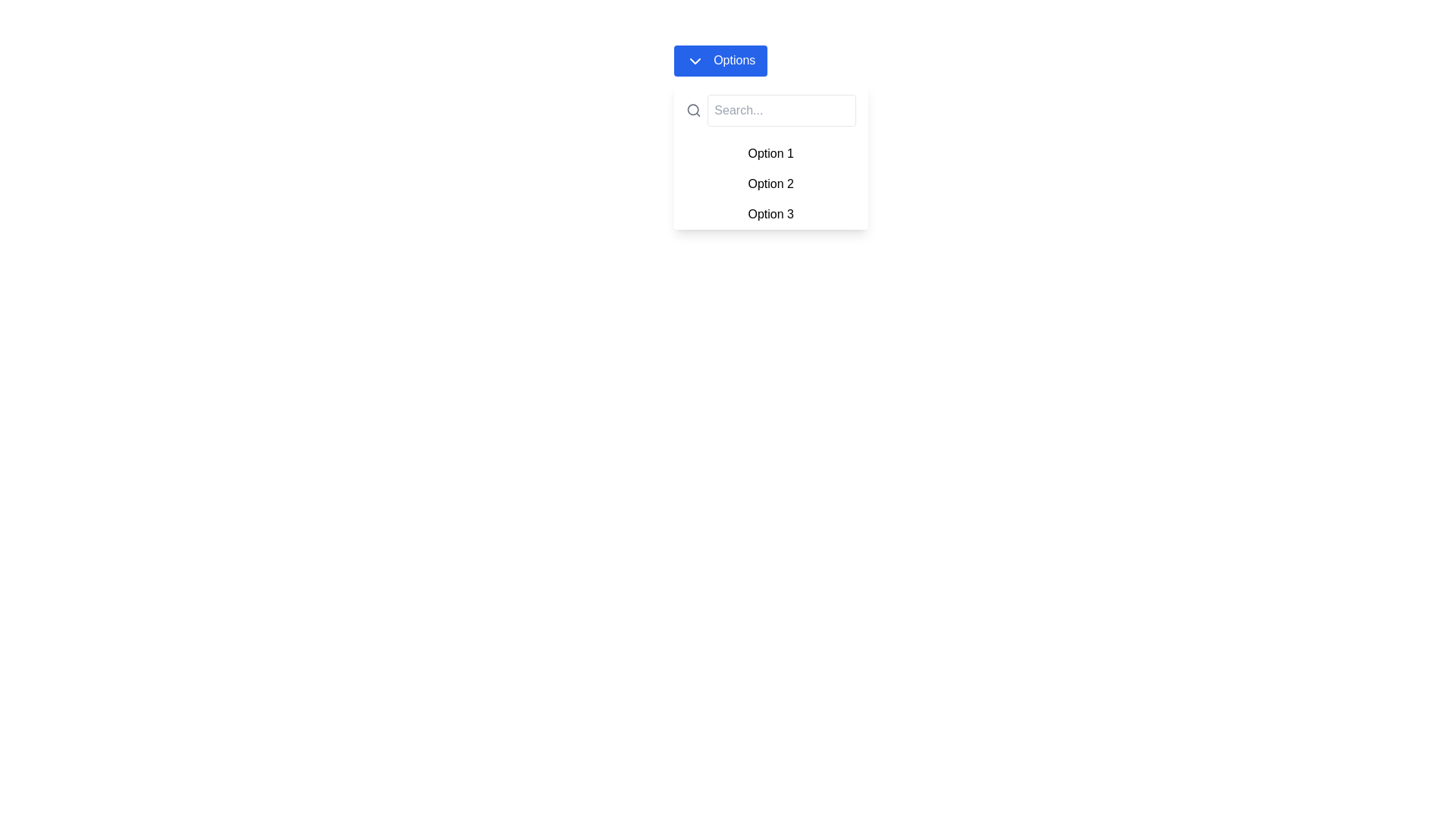 This screenshot has width=1456, height=819. Describe the element at coordinates (770, 183) in the screenshot. I see `the dropdown menu options list` at that location.